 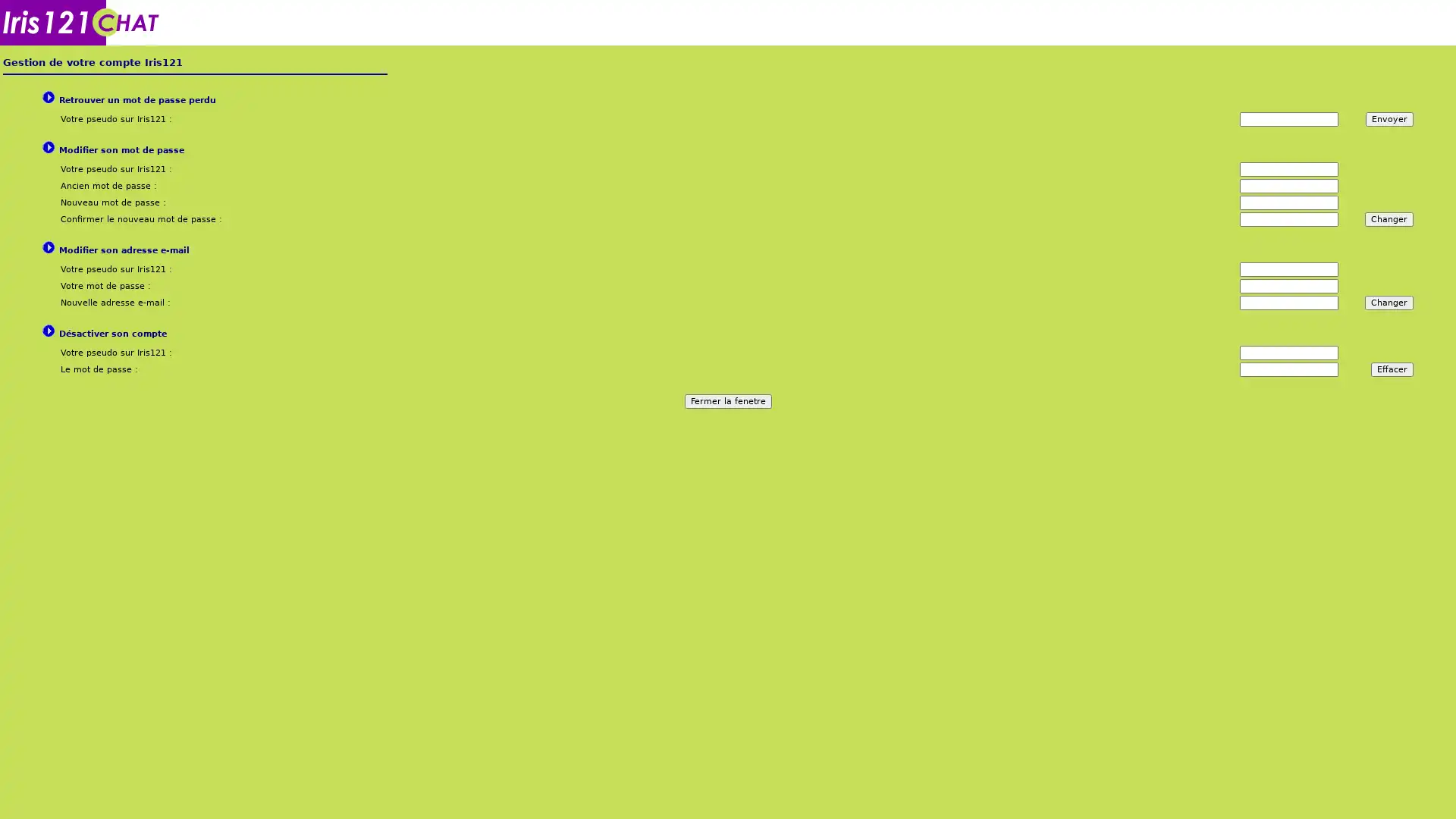 What do you see at coordinates (1389, 303) in the screenshot?
I see `Changer` at bounding box center [1389, 303].